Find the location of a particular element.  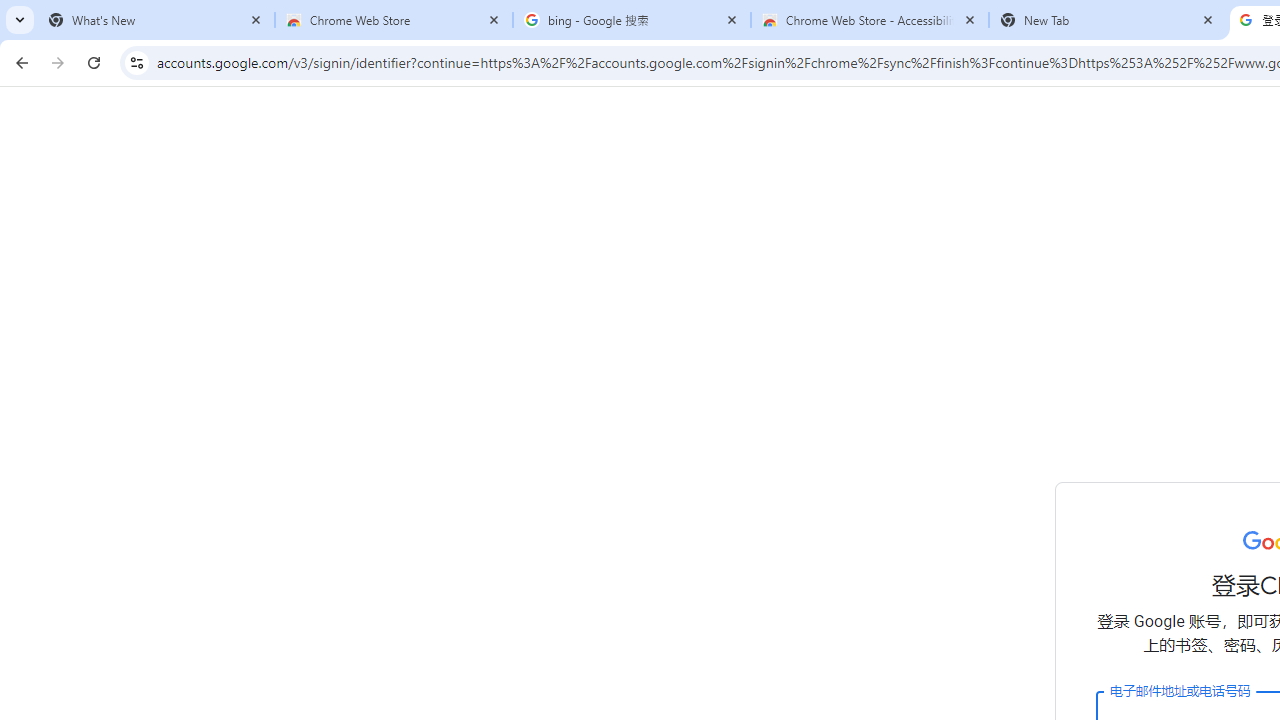

'What' is located at coordinates (155, 20).